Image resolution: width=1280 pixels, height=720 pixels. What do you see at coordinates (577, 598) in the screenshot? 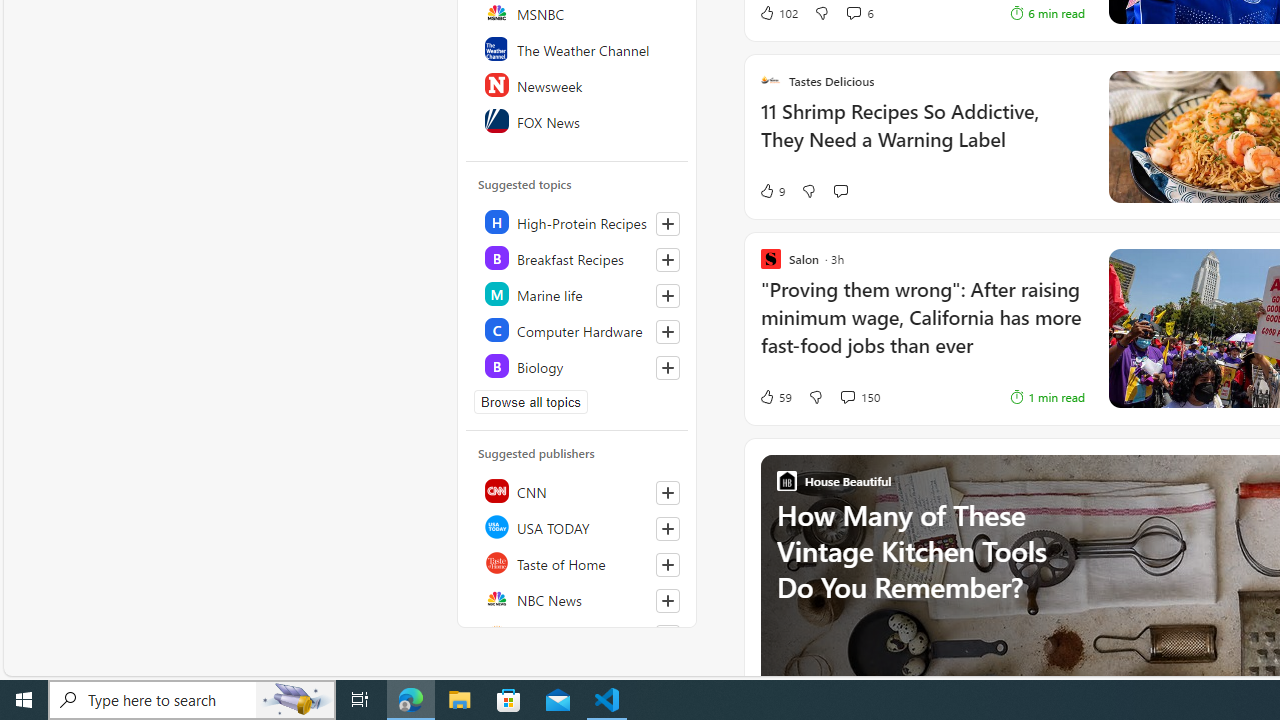
I see `'NBC News'` at bounding box center [577, 598].